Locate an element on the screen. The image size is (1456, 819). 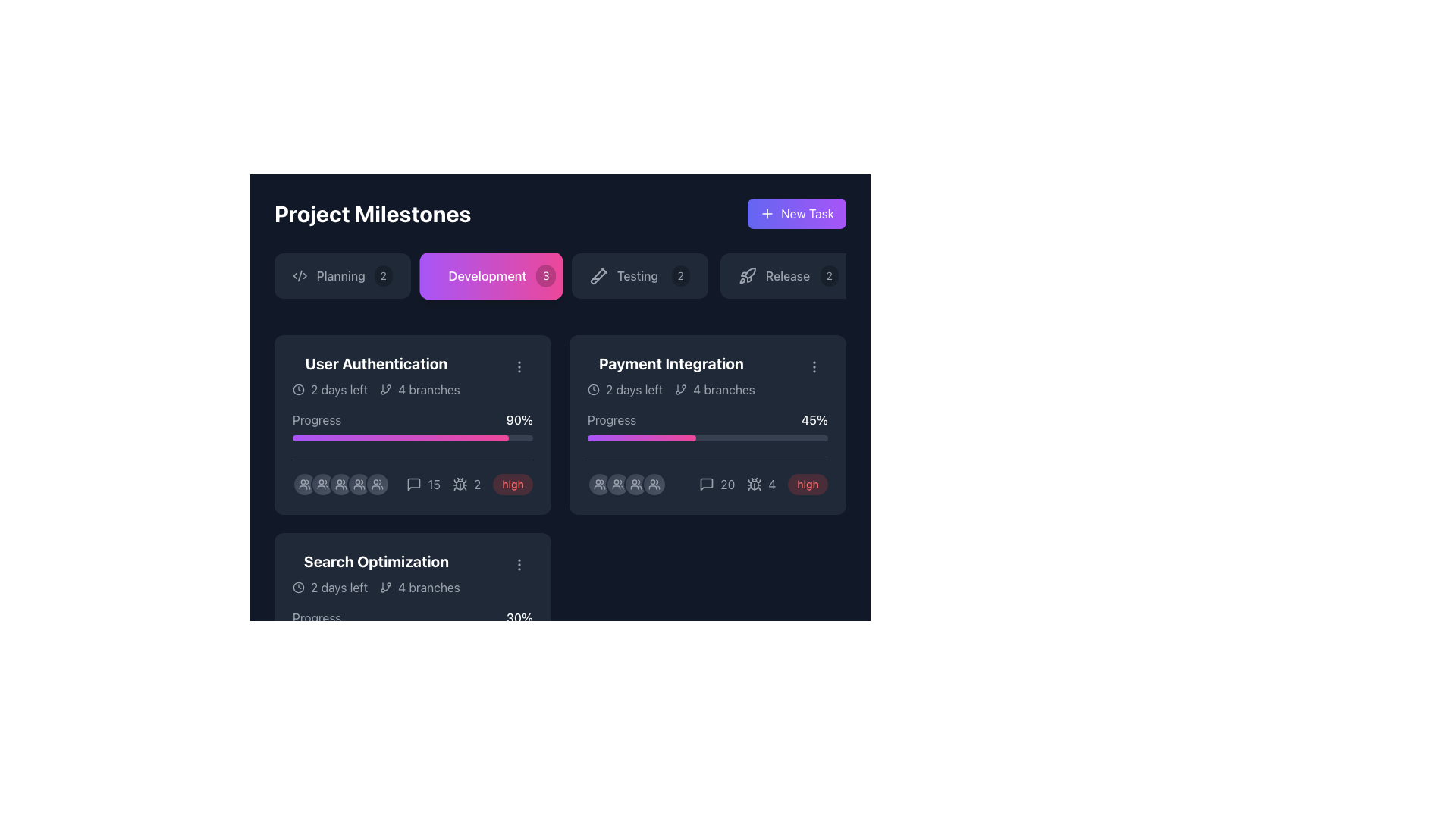
progress status displayed as '30%' in the Text display located at the bottom of the 'Search Optimization' panel, just above the horizontal progress bar is located at coordinates (413, 617).